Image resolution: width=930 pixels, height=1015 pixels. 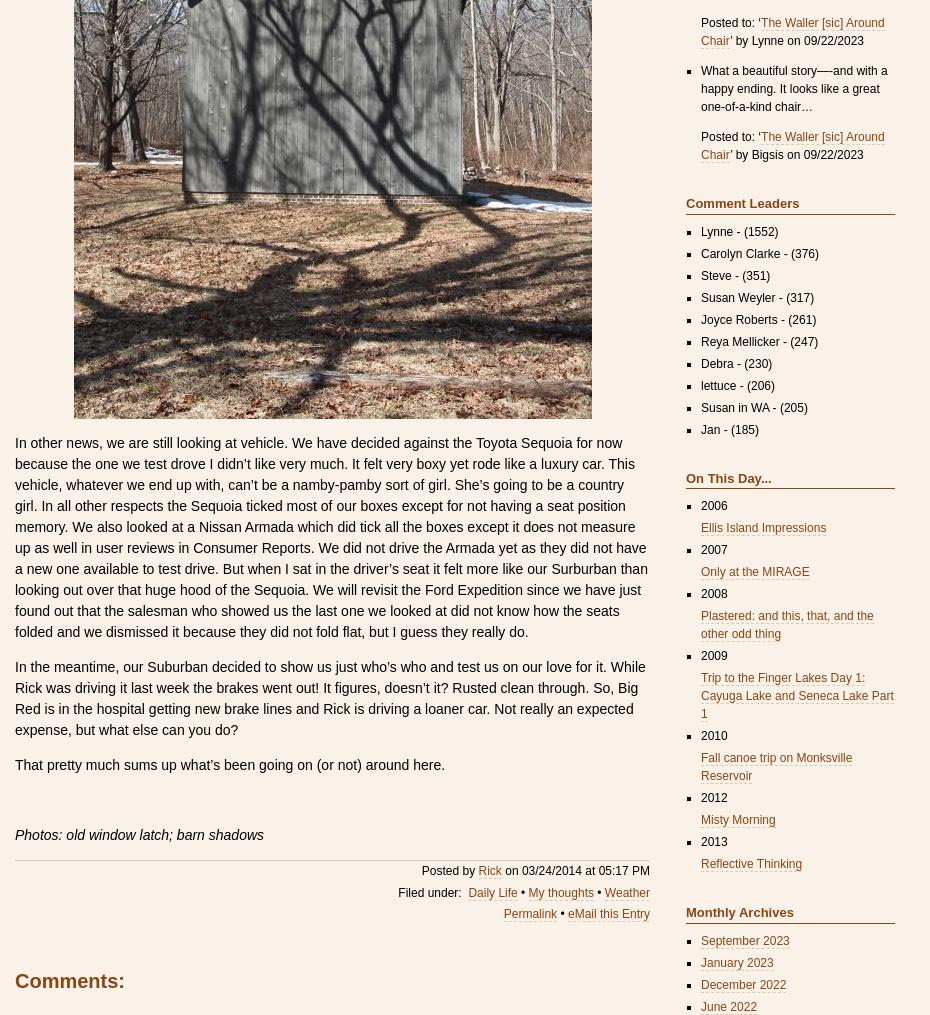 What do you see at coordinates (775, 766) in the screenshot?
I see `'Fall canoe trip on Monksville Reservoir'` at bounding box center [775, 766].